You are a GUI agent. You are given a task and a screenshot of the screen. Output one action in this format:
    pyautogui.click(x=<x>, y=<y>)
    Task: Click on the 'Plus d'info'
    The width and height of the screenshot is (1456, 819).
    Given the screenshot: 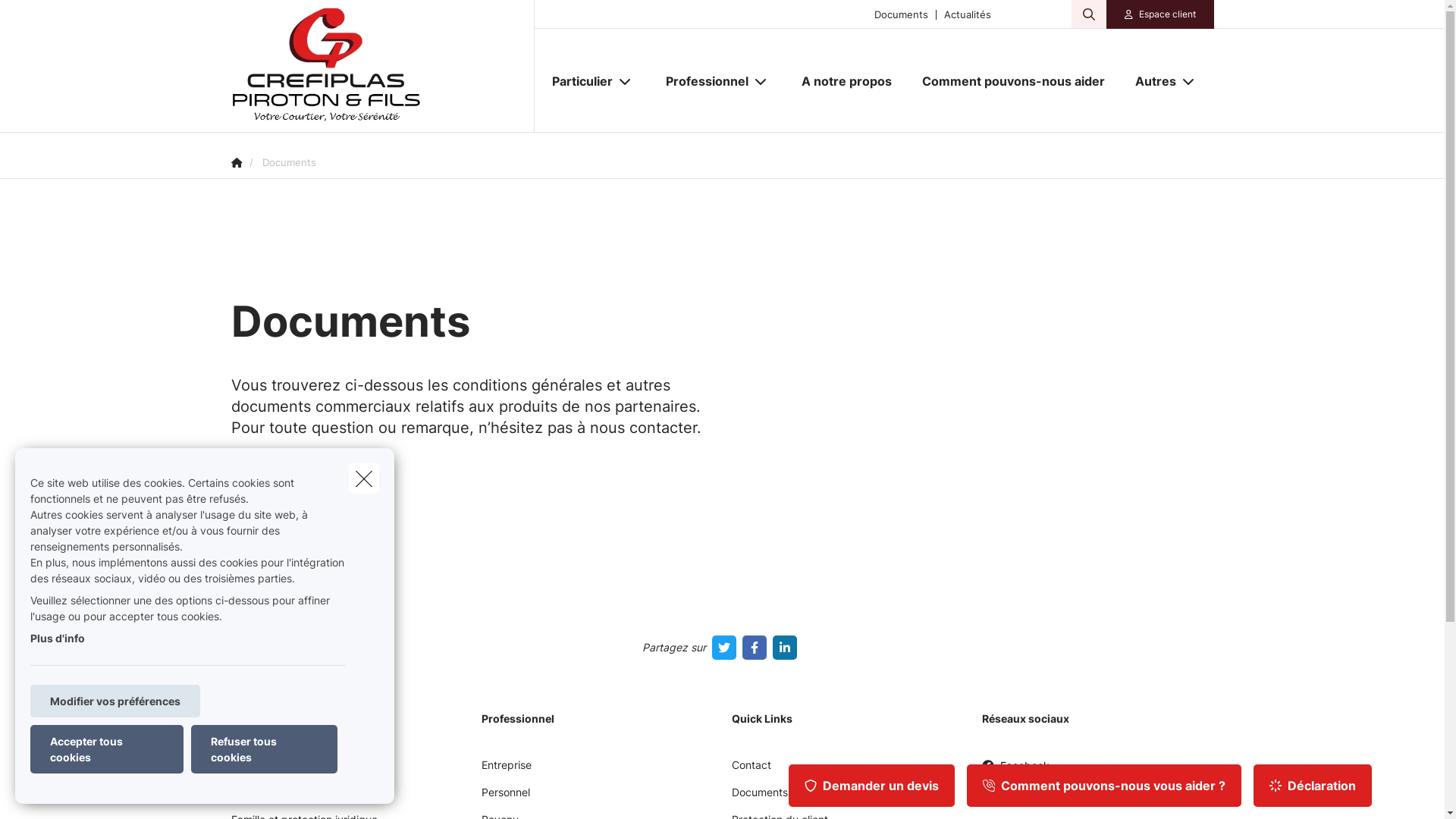 What is the action you would take?
    pyautogui.click(x=58, y=638)
    